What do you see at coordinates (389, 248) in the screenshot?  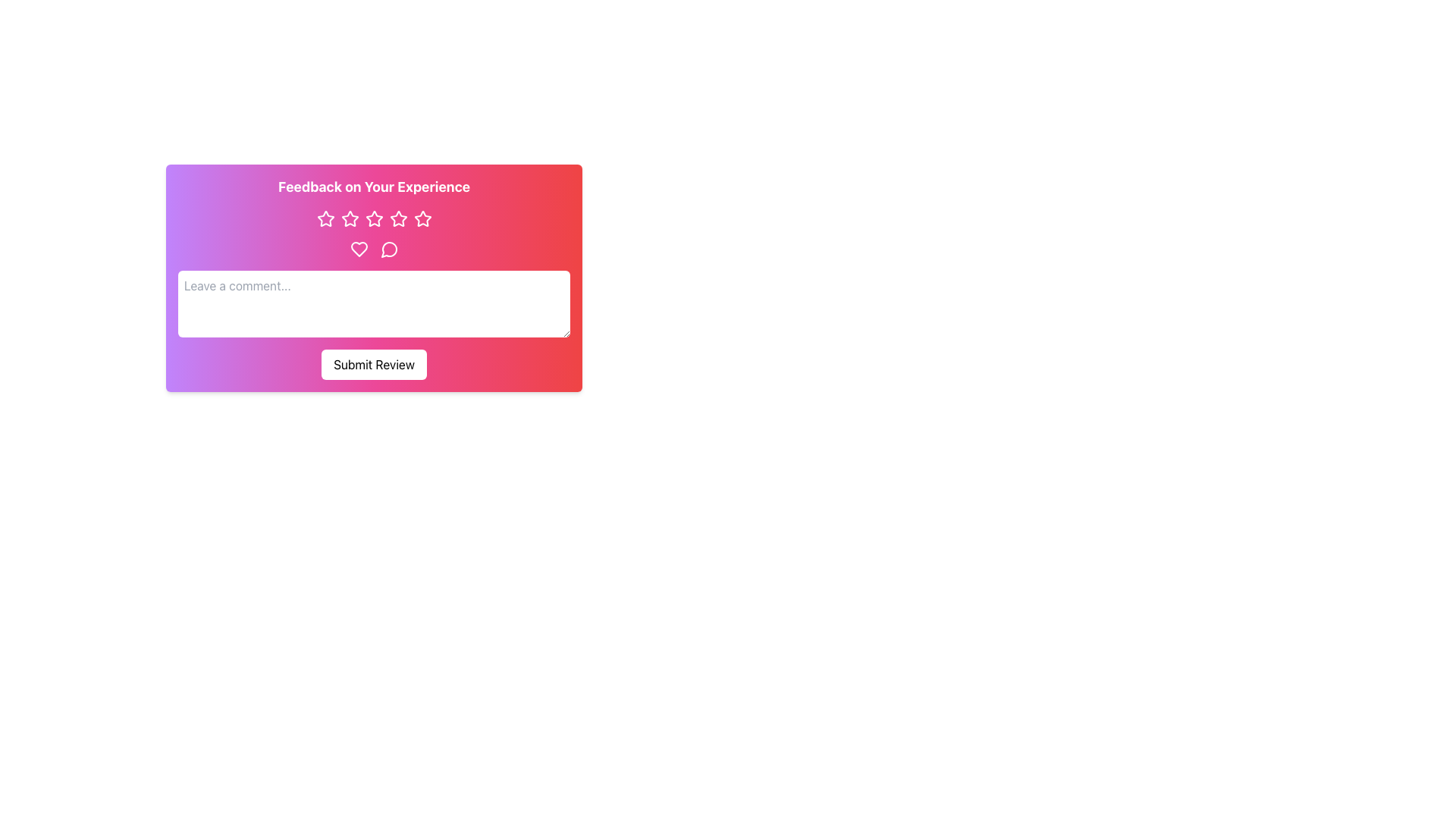 I see `the speech bubble icon button outlined in blue and with a white interior, which is the second icon from the right in the feedback options group, immediately following the heart icon` at bounding box center [389, 248].